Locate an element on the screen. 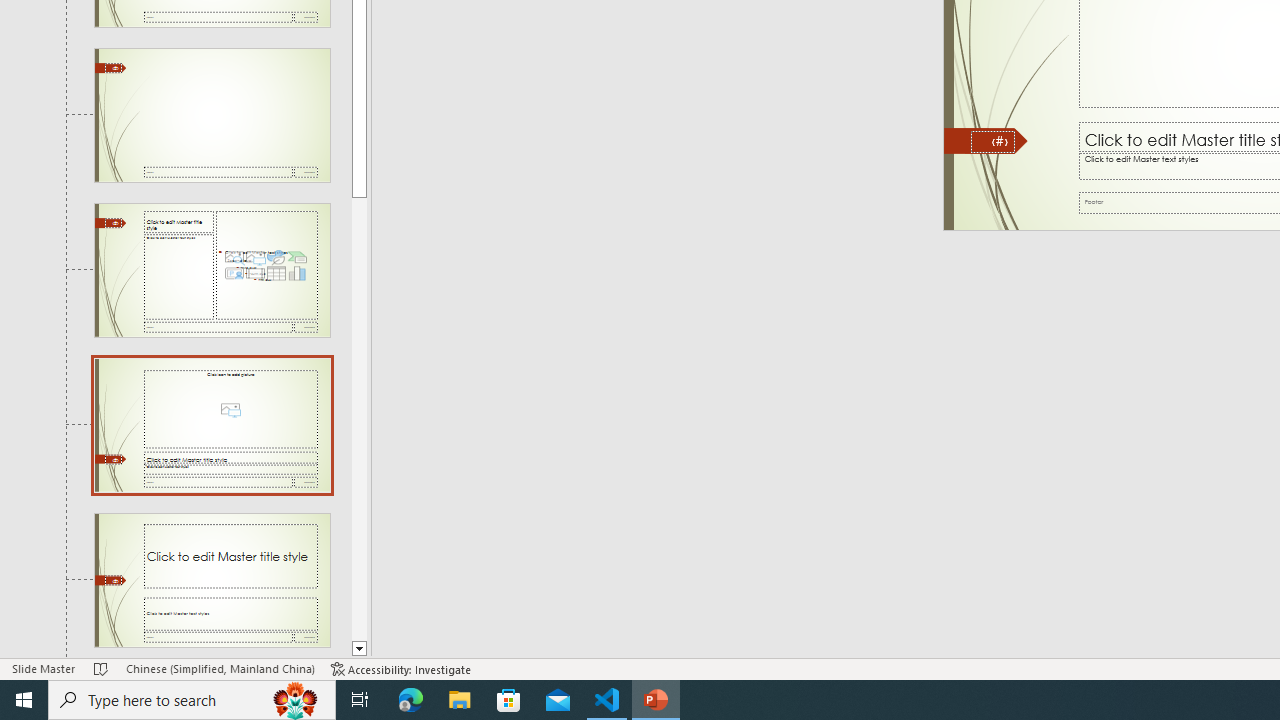  'Slide Content with Caption Layout: used by no slides' is located at coordinates (212, 270).